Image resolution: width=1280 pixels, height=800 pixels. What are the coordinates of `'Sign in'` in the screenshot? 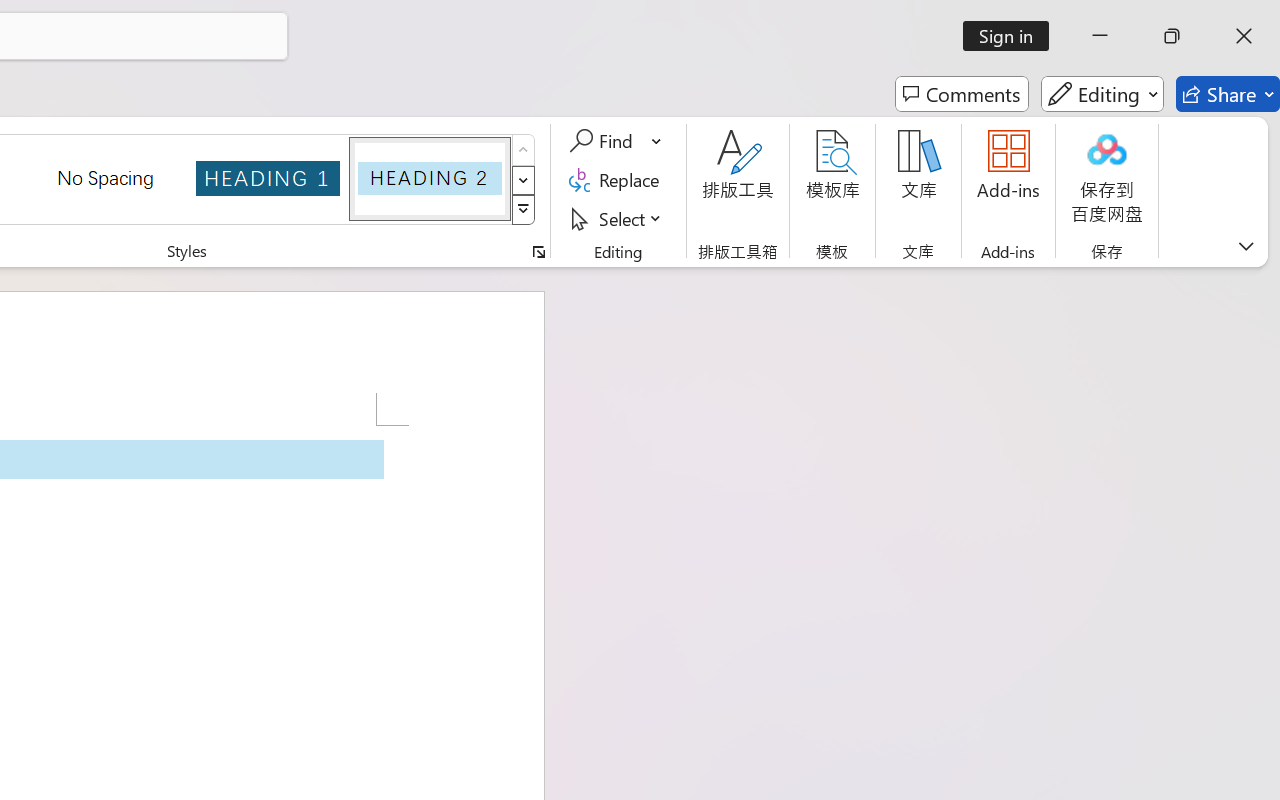 It's located at (1013, 35).